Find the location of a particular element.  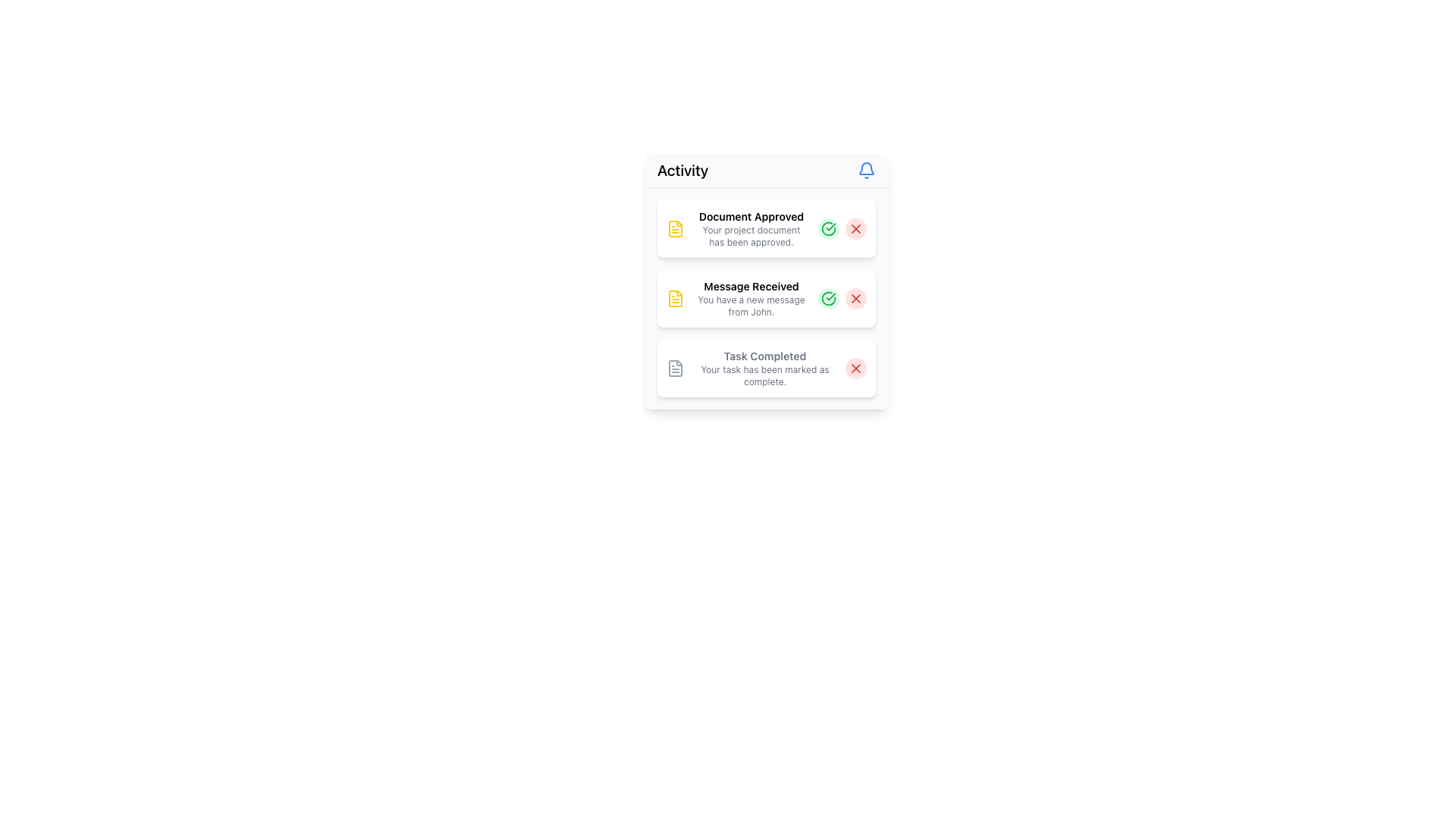

the dismiss icon represented by a minimalistic 'X' mark in the top-right corner of the notification list is located at coordinates (855, 298).